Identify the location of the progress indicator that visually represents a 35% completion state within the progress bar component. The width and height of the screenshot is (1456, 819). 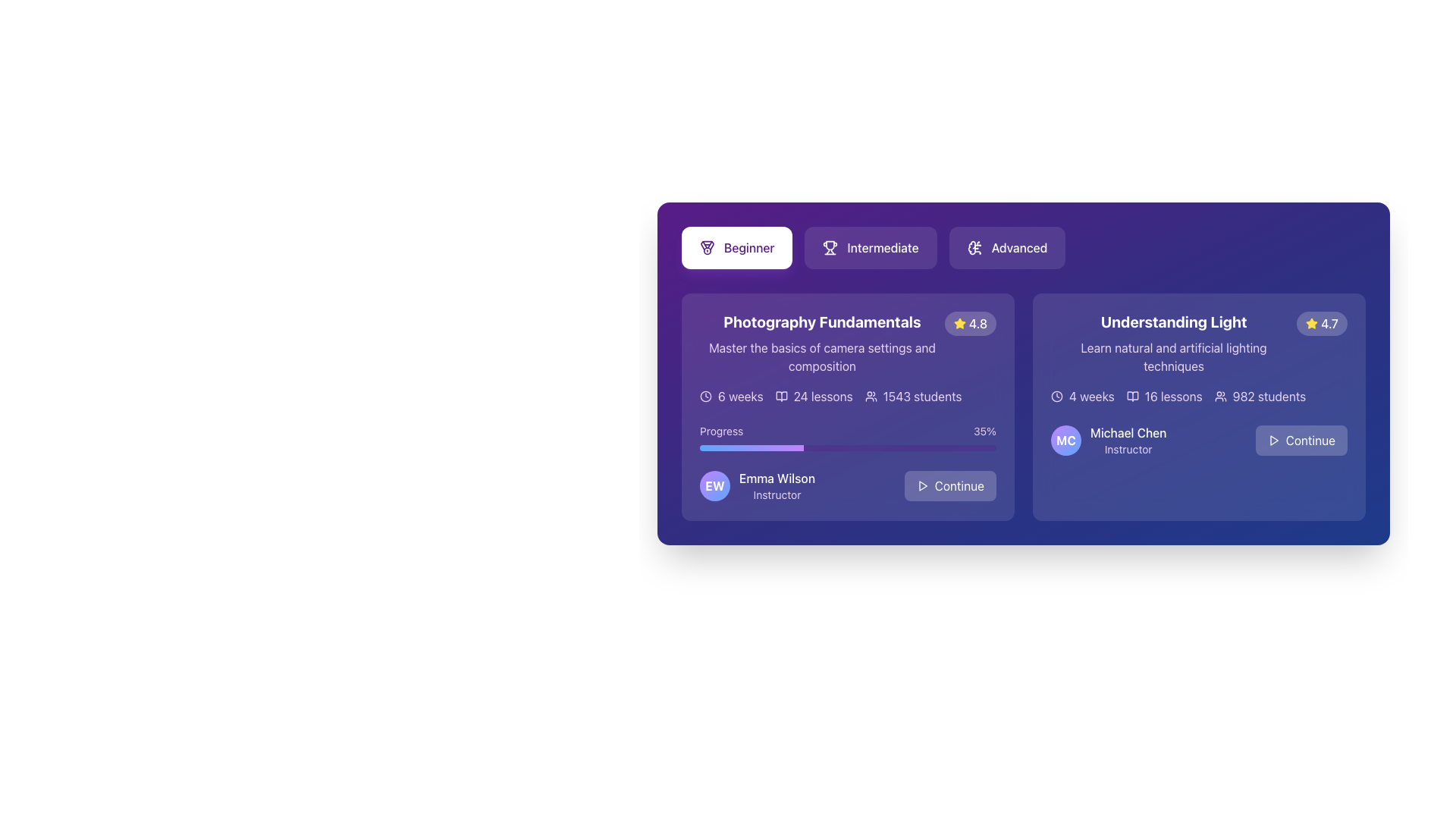
(752, 447).